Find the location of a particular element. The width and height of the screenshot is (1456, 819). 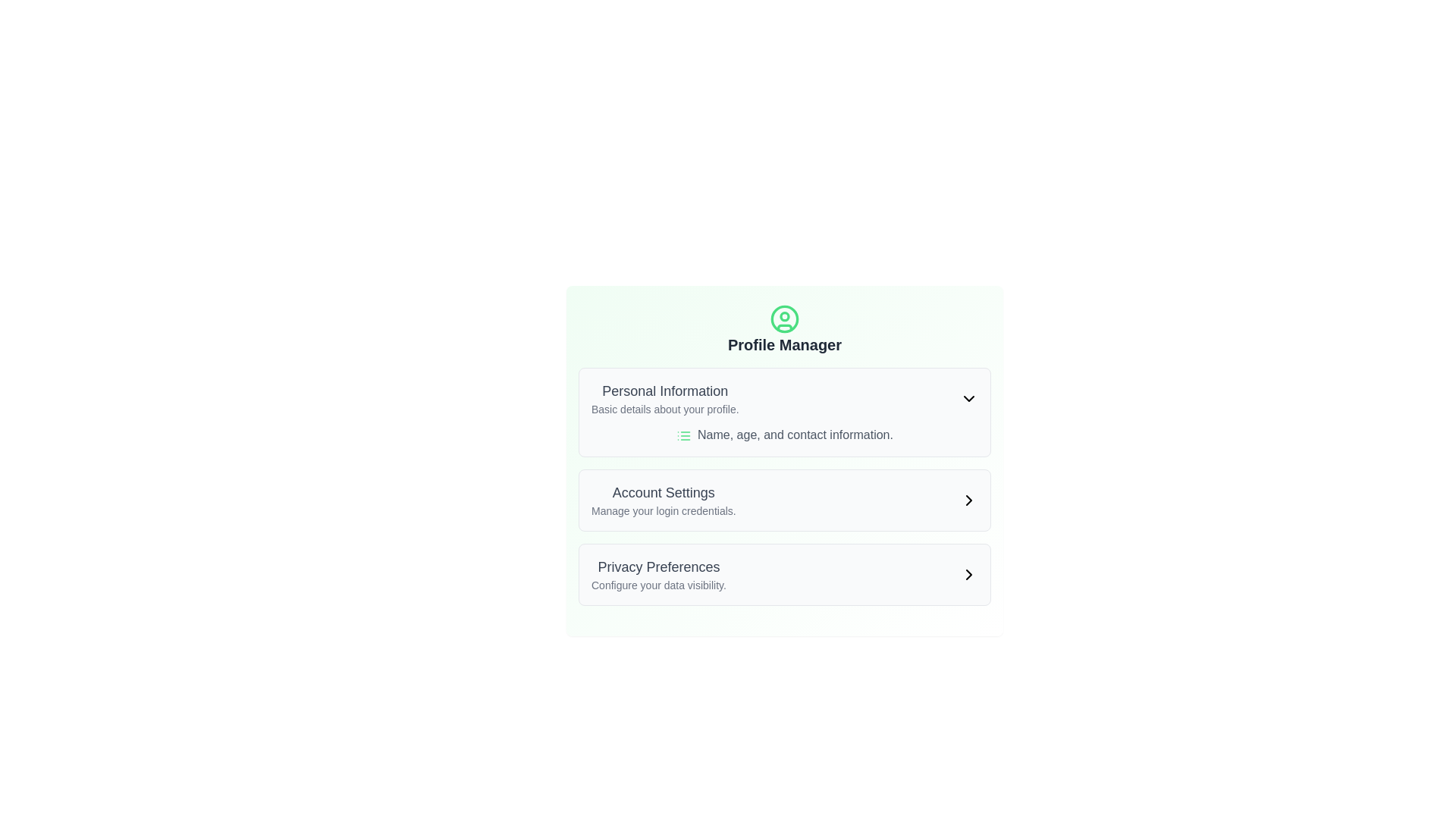

the 'Account Settings' text label located in the second row under 'Profile Manager' is located at coordinates (664, 500).